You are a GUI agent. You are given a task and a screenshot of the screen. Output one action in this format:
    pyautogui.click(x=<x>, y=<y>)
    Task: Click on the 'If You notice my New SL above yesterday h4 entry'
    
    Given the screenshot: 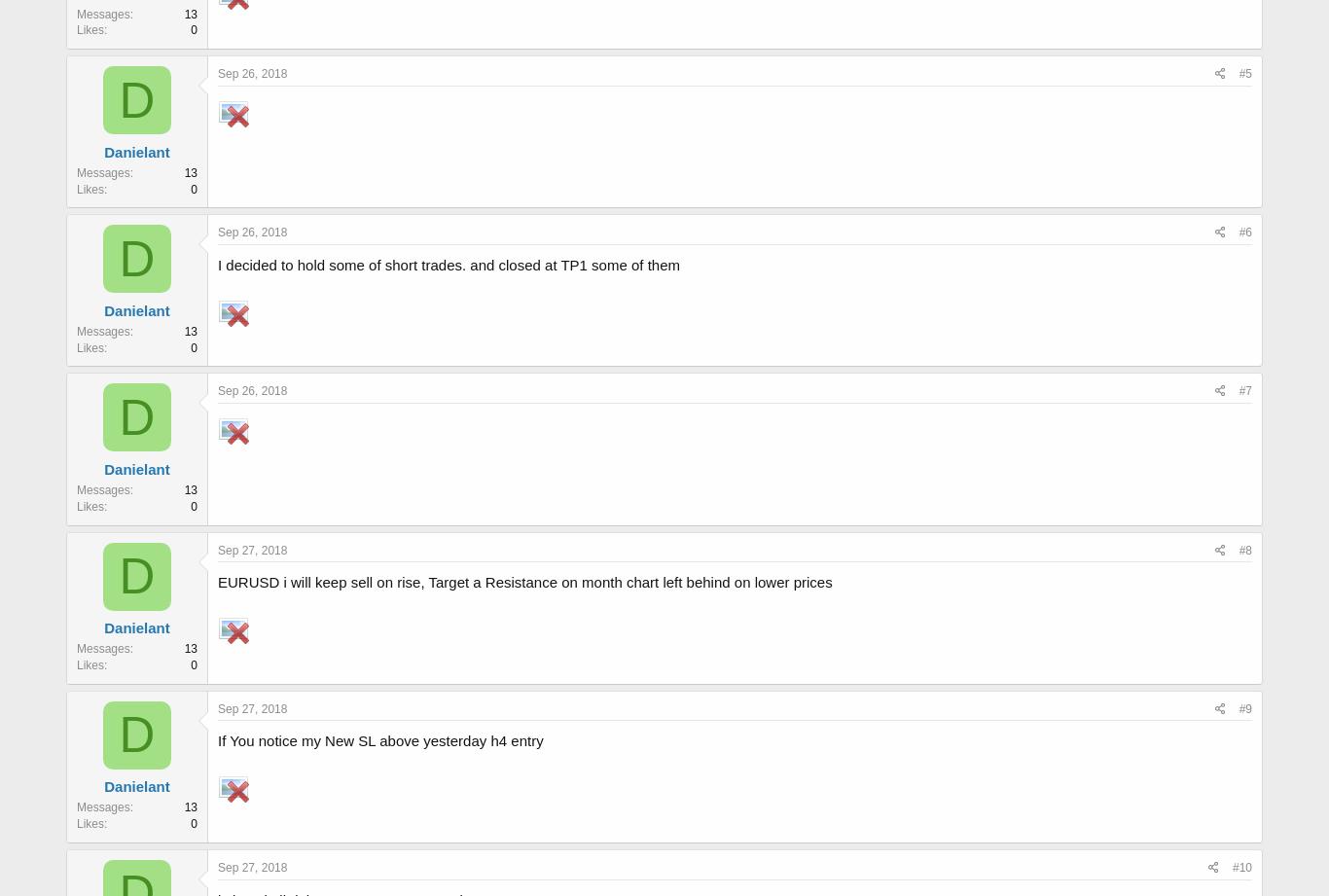 What is the action you would take?
    pyautogui.click(x=217, y=740)
    